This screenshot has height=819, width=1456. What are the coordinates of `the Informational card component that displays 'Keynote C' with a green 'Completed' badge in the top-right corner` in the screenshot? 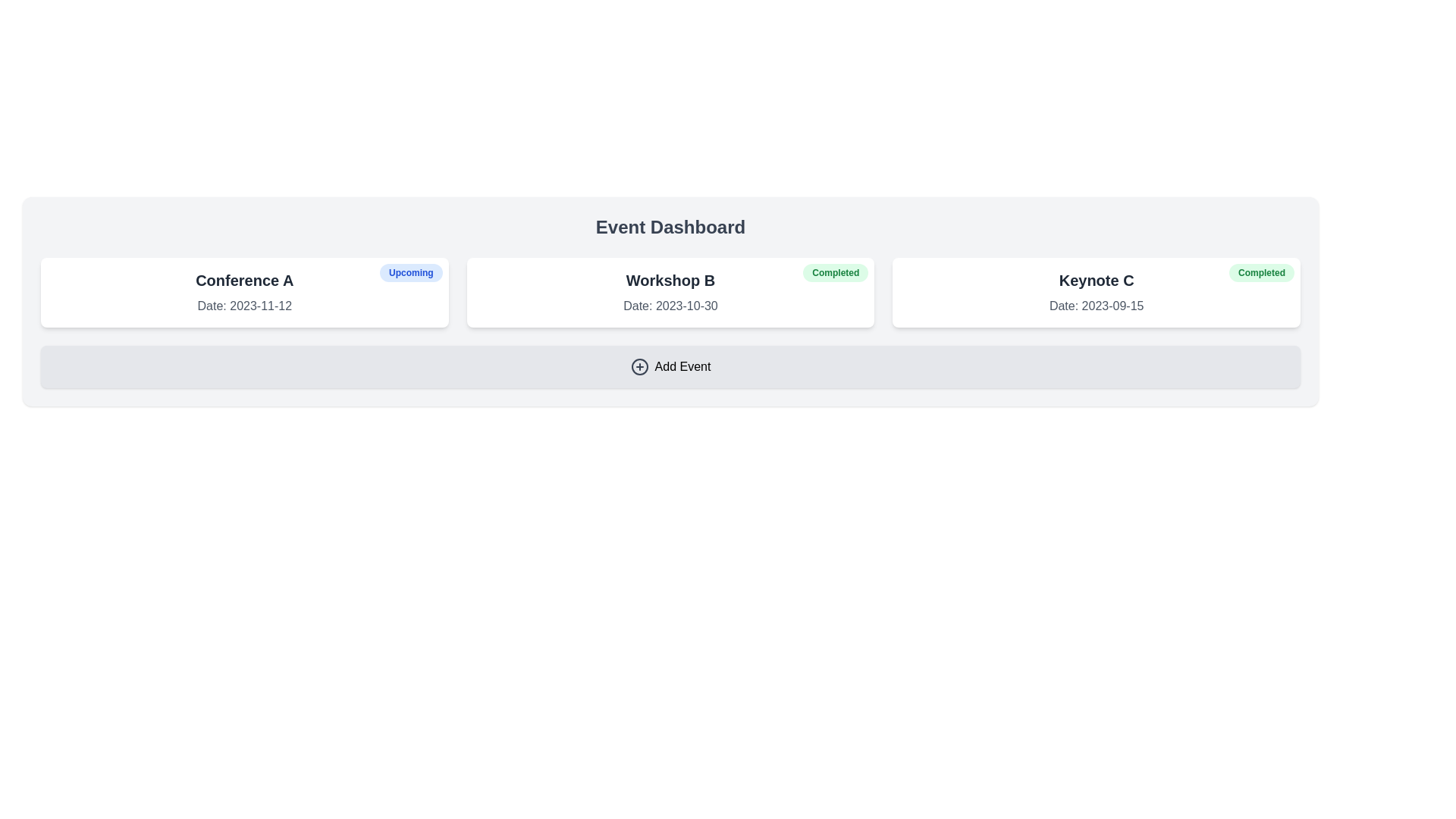 It's located at (1097, 292).